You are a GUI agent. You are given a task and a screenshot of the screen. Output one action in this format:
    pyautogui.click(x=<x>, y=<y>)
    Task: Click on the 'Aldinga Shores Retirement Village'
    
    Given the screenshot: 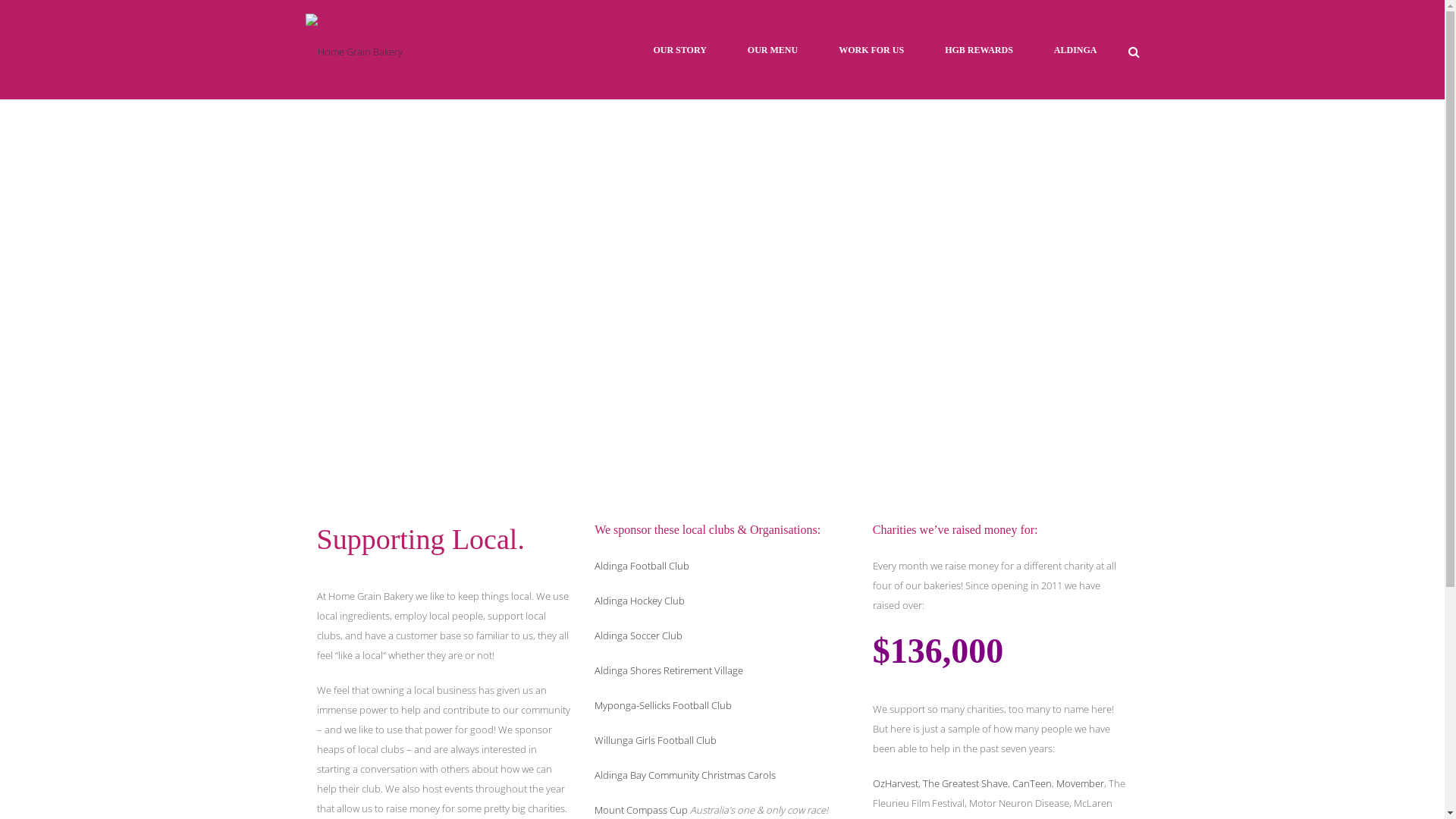 What is the action you would take?
    pyautogui.click(x=668, y=669)
    